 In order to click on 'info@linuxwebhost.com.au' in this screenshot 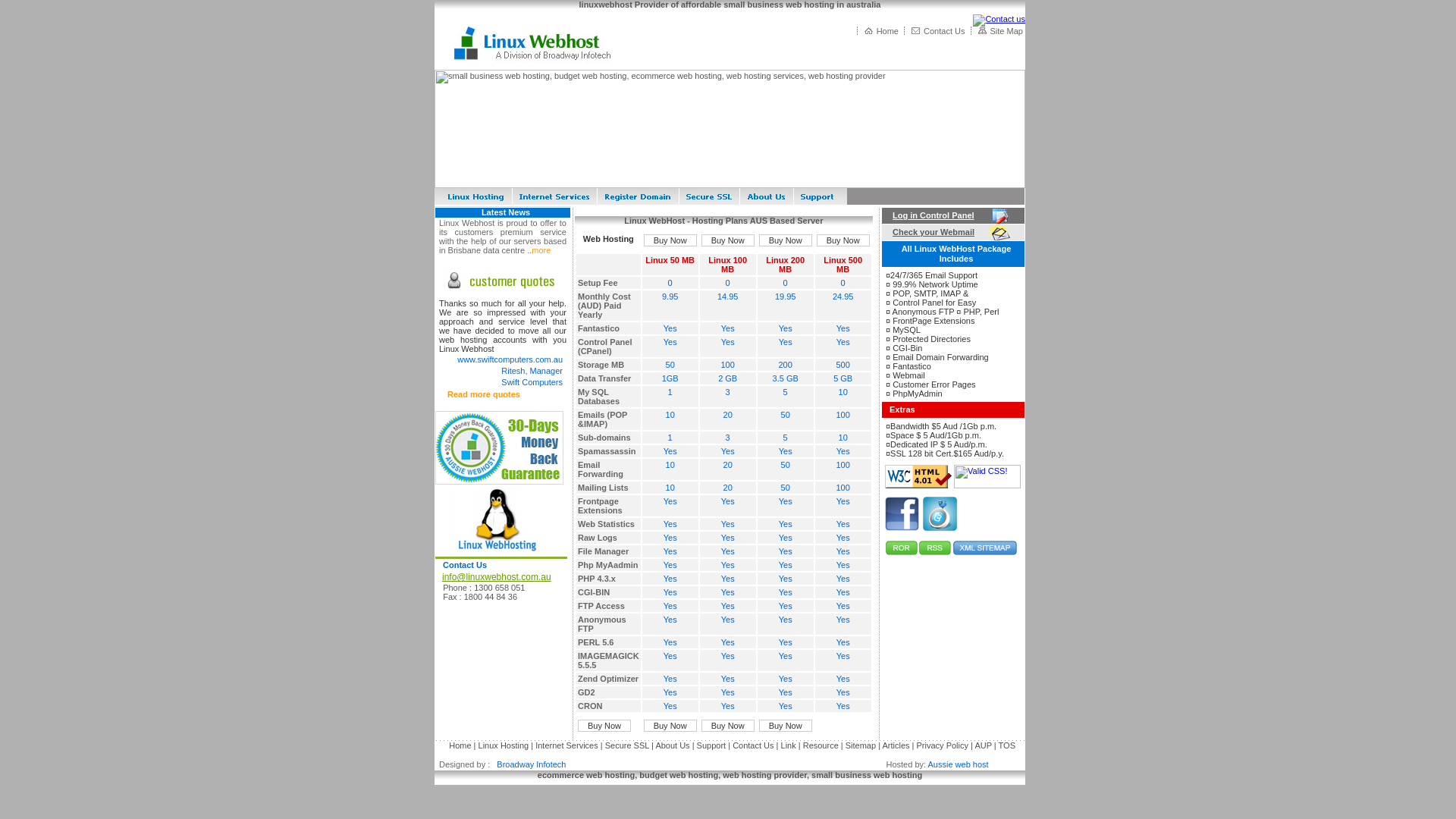, I will do `click(435, 576)`.